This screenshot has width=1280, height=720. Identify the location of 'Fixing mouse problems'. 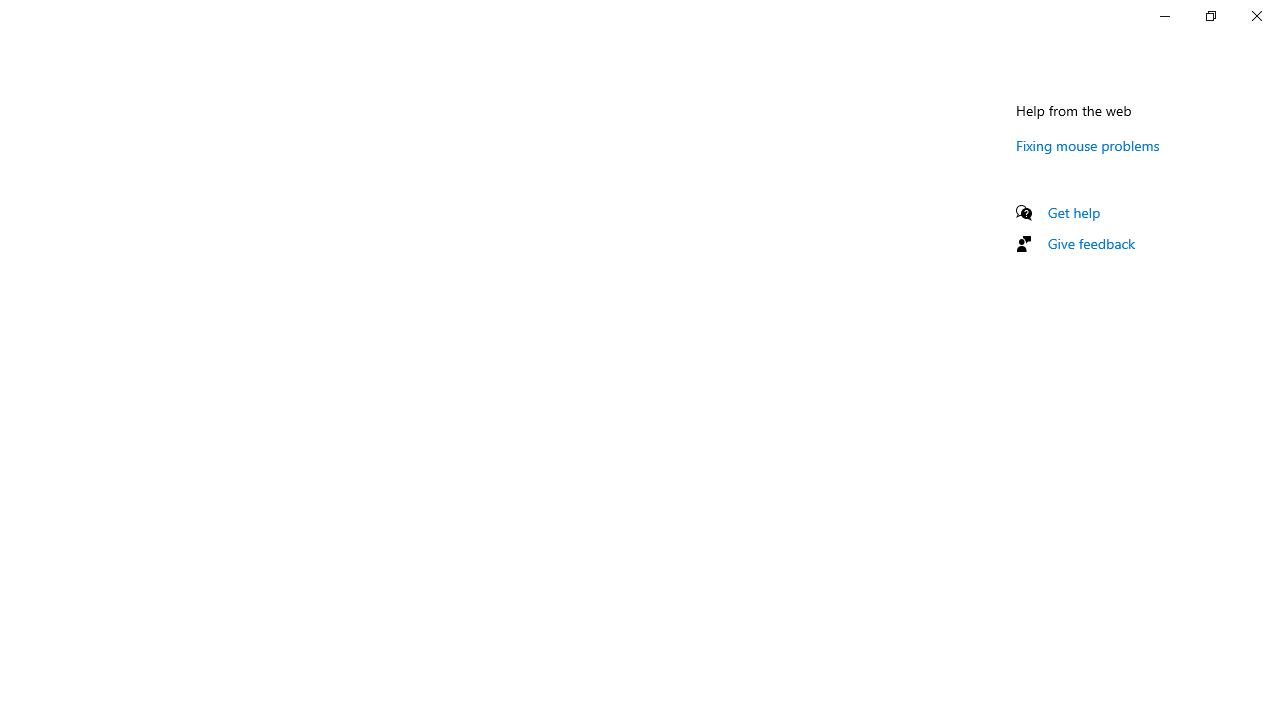
(1087, 144).